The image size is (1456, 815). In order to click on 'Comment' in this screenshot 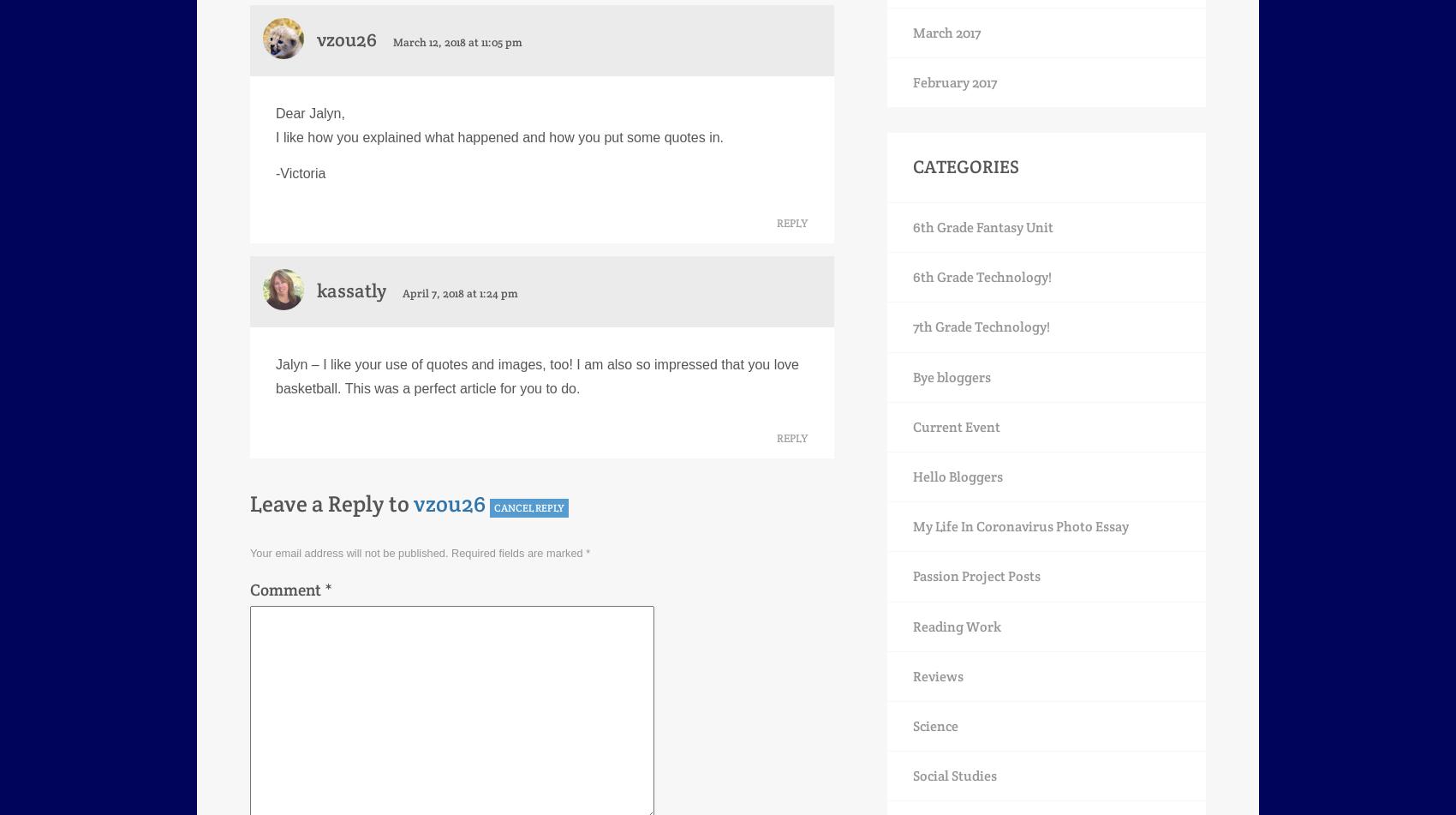, I will do `click(250, 588)`.